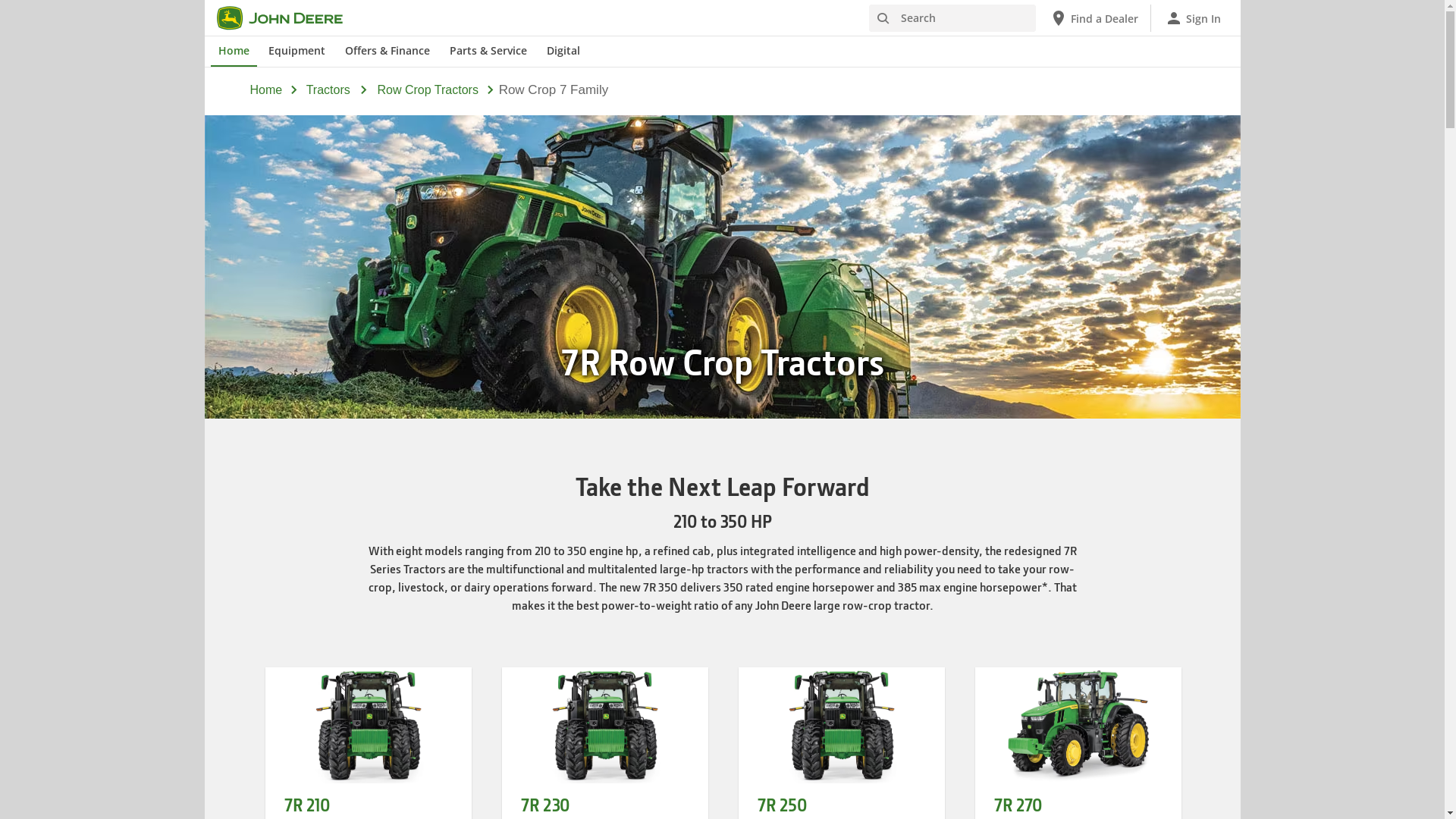  I want to click on '7R 250', so click(781, 804).